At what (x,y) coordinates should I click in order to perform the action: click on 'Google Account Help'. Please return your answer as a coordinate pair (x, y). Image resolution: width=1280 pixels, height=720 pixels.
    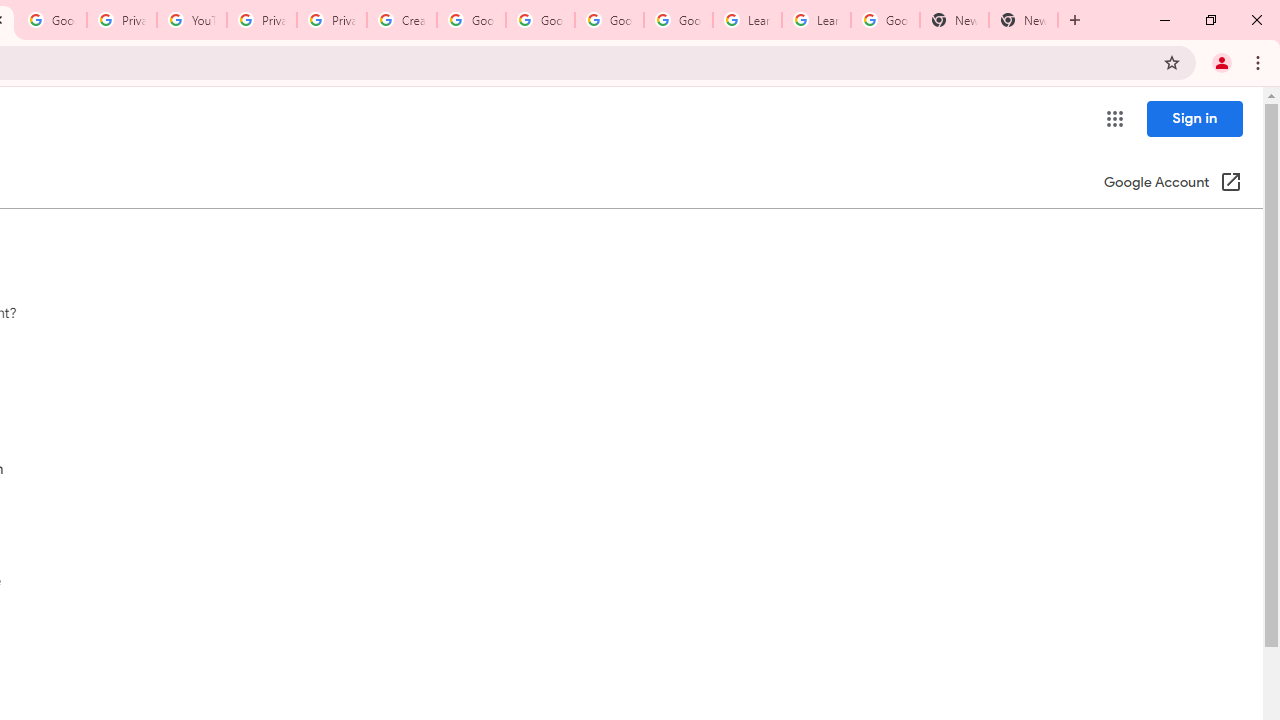
    Looking at the image, I should click on (470, 20).